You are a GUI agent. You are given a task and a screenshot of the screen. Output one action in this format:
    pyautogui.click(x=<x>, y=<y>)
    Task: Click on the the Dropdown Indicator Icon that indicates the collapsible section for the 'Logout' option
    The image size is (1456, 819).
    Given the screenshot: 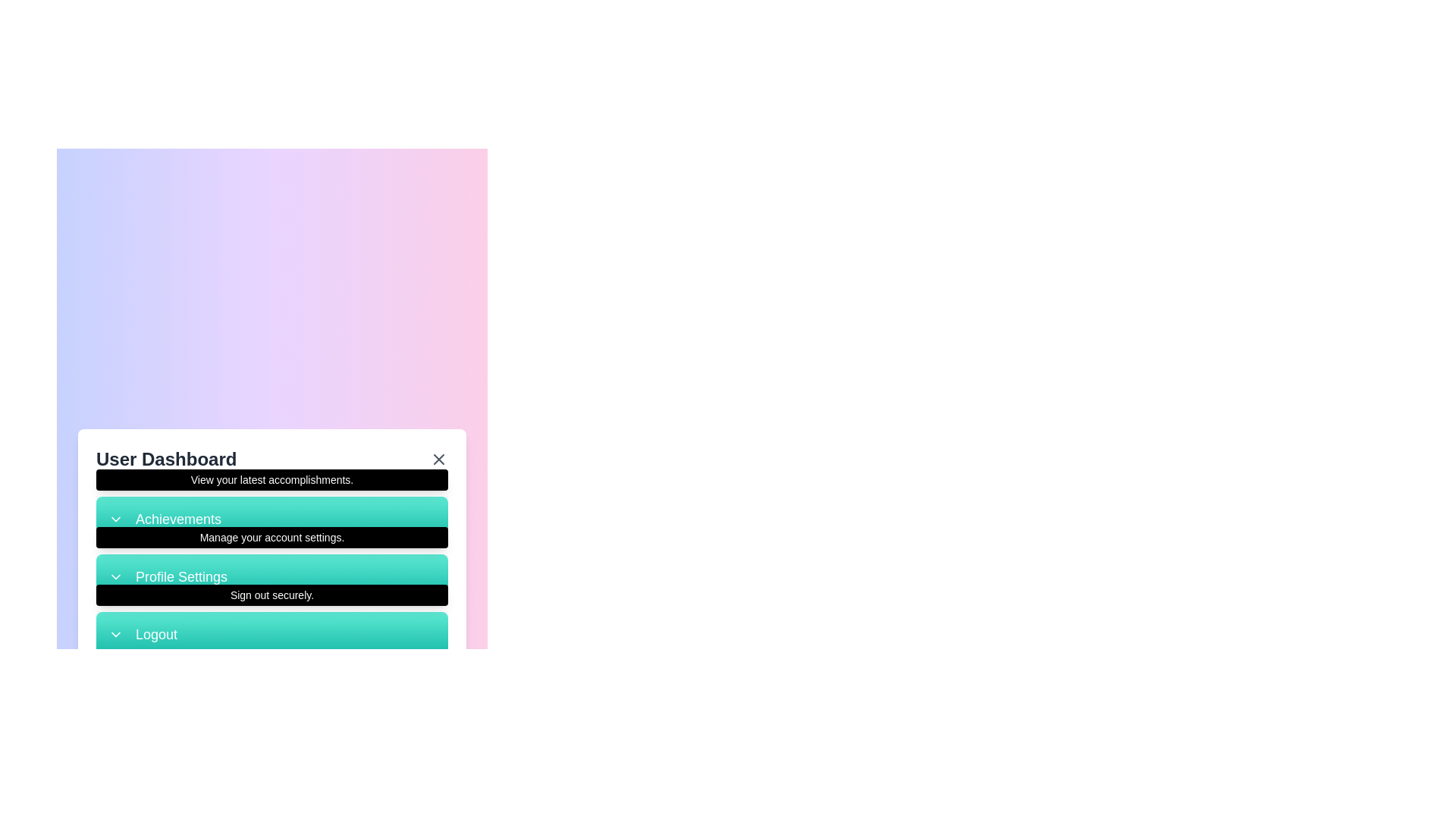 What is the action you would take?
    pyautogui.click(x=115, y=634)
    